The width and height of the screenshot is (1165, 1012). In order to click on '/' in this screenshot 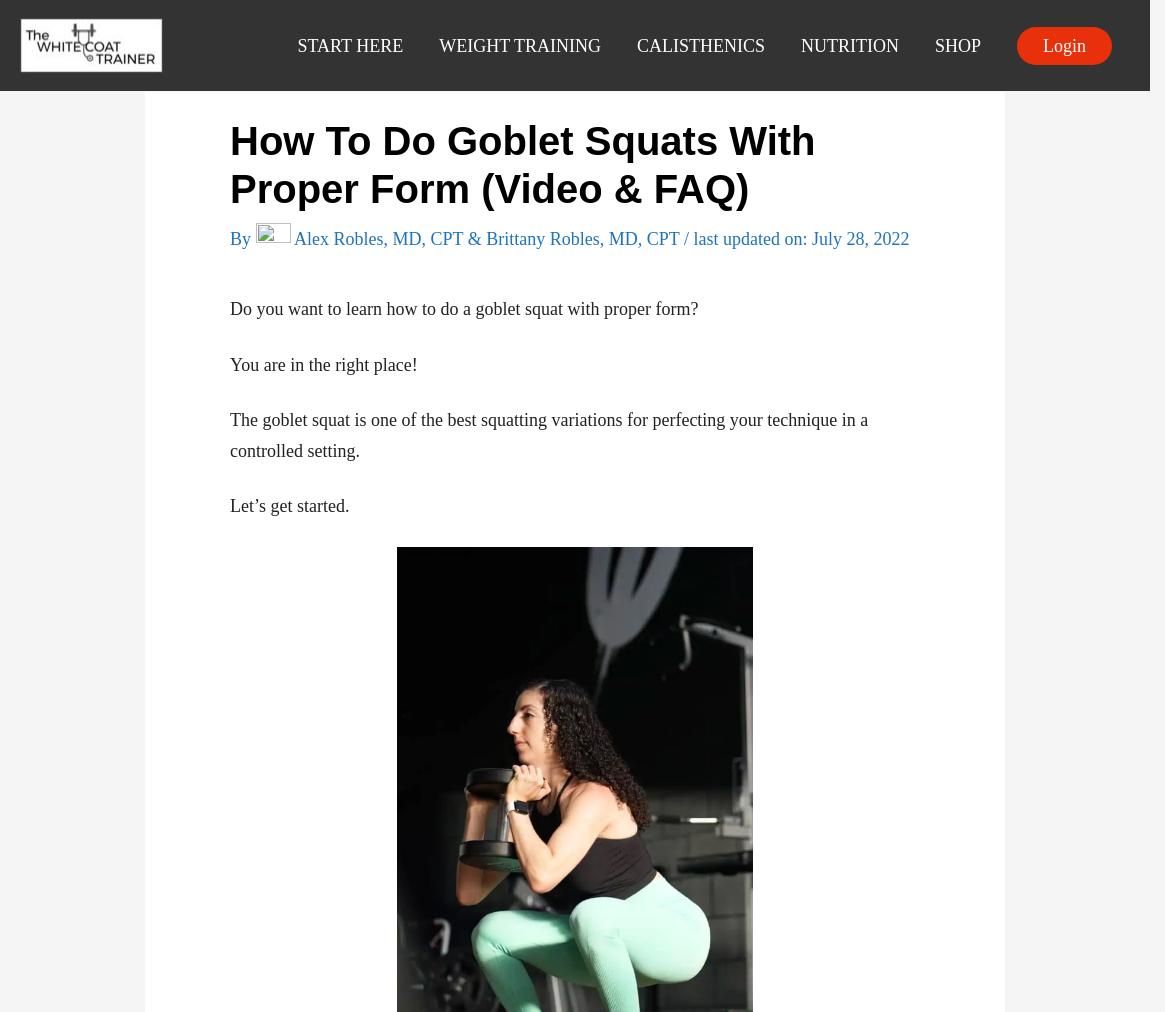, I will do `click(683, 238)`.